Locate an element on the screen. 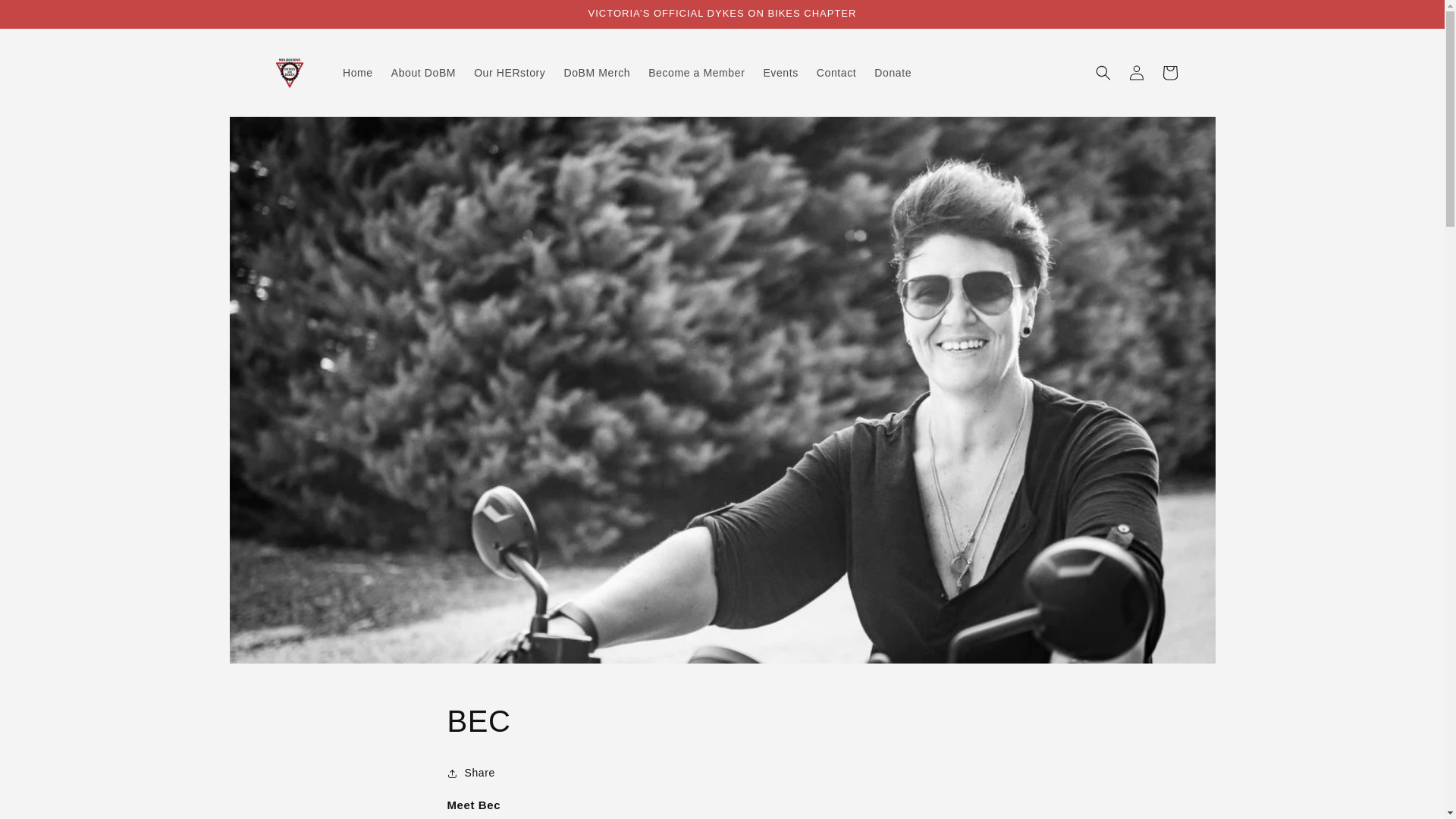  'Cart' is located at coordinates (1153, 73).